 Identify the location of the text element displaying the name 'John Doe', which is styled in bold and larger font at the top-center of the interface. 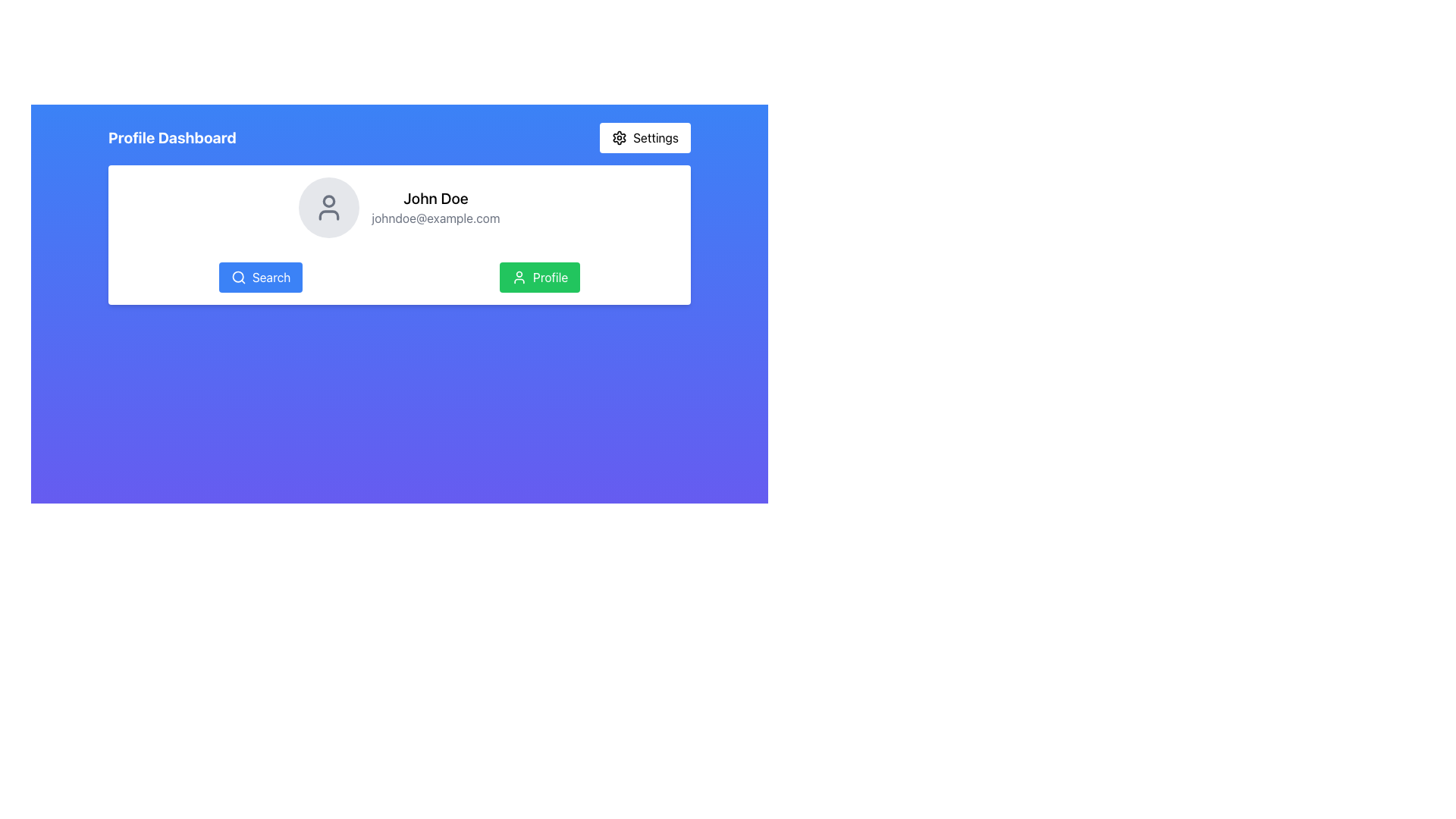
(435, 198).